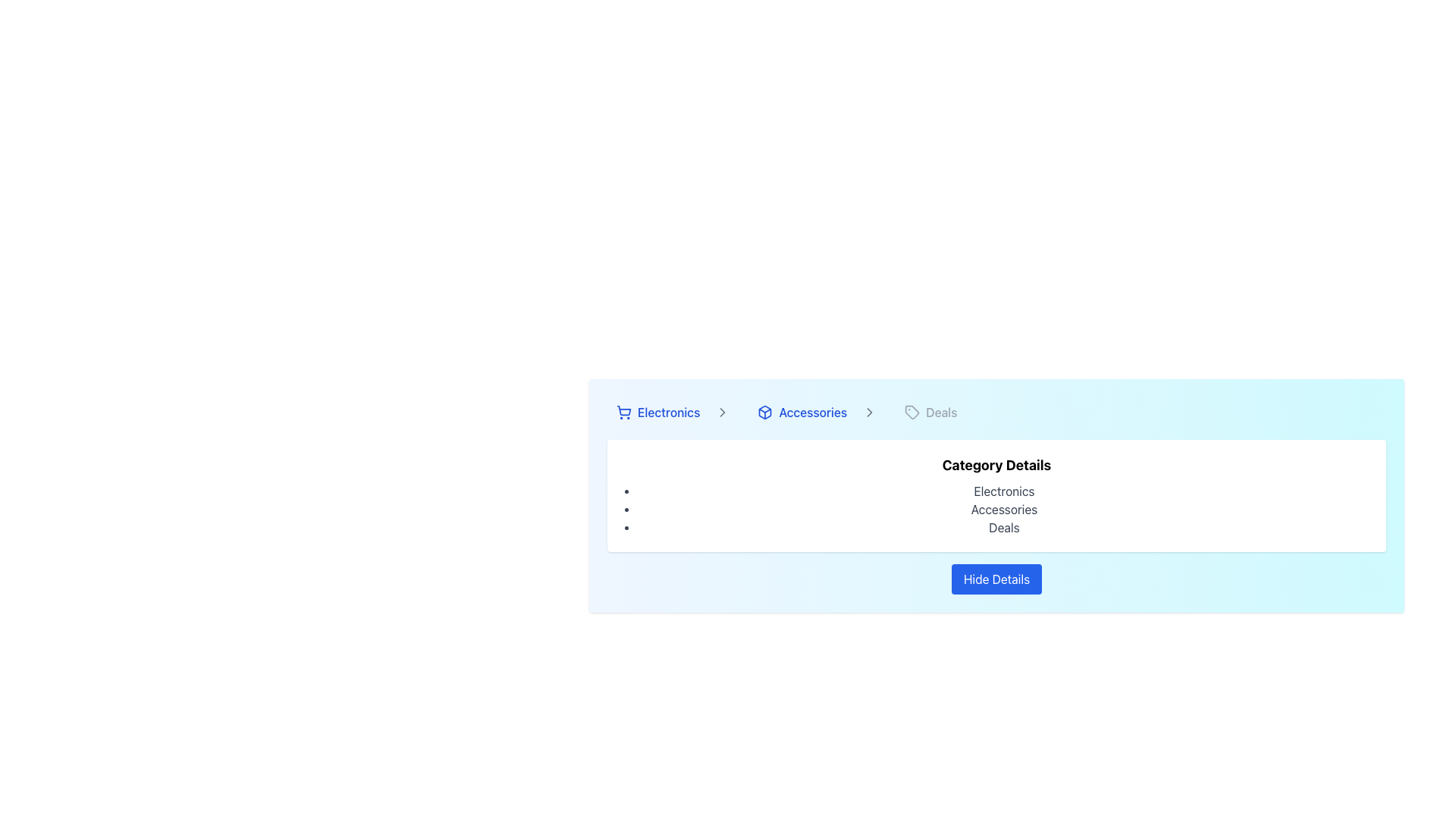  I want to click on the shopping cart icon's basket portion in the breadcrumb navigation bar to trigger the tooltip, so click(624, 410).